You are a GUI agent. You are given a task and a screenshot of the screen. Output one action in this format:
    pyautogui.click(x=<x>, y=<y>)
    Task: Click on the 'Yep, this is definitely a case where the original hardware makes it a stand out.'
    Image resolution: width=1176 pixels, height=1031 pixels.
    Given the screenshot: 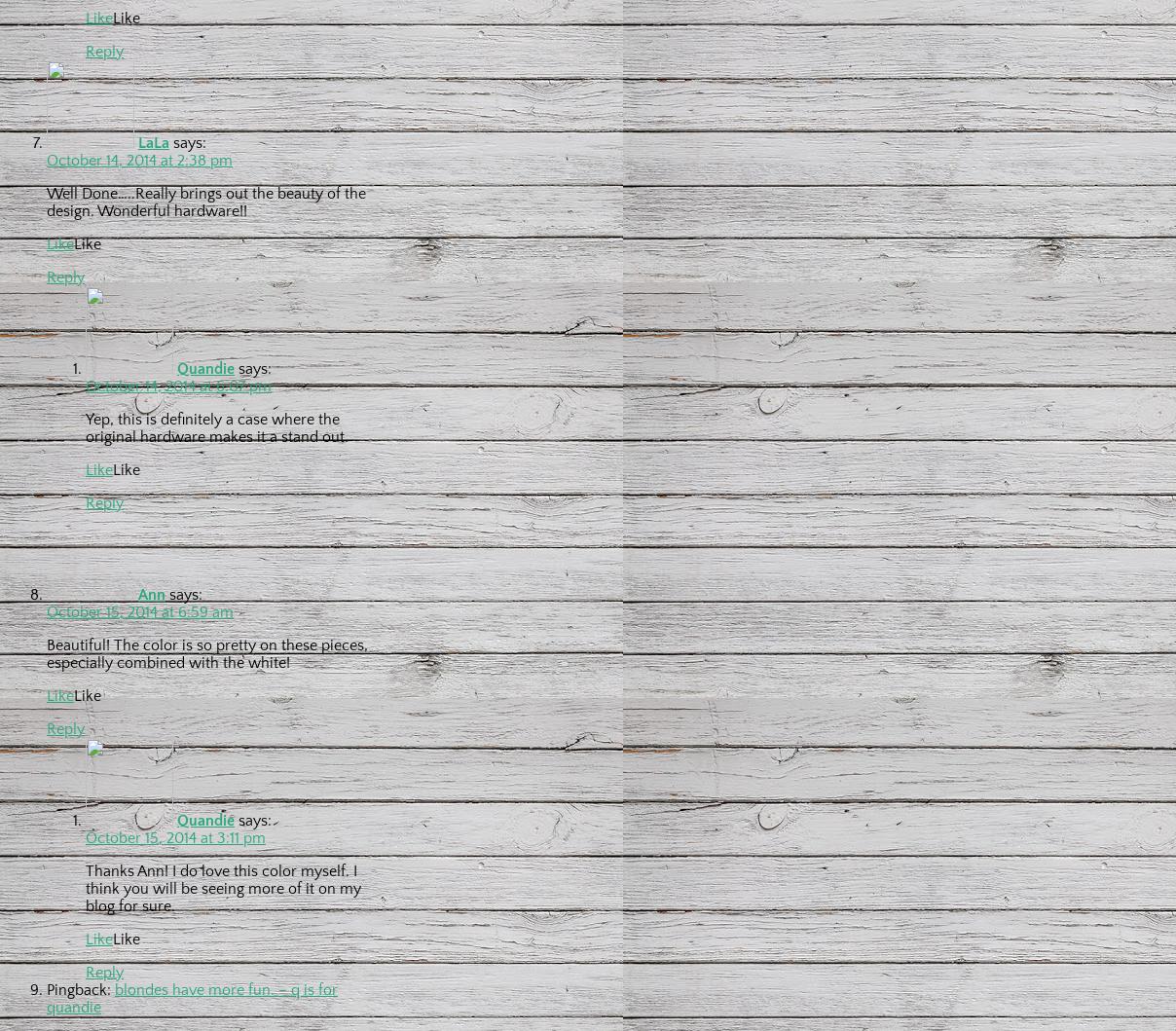 What is the action you would take?
    pyautogui.click(x=84, y=426)
    